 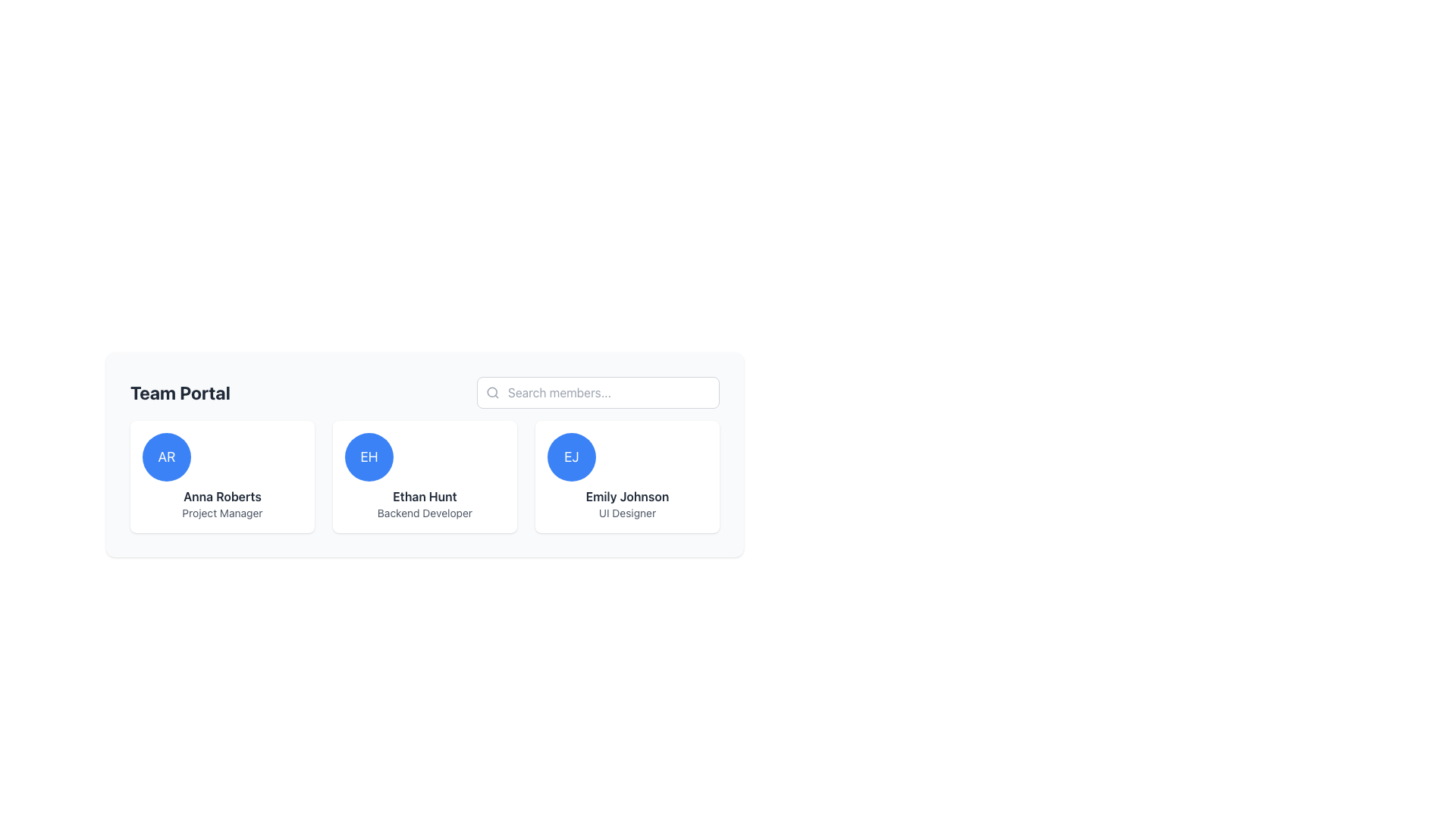 I want to click on contents of the text label displaying 'Emily Johnson', which is centrally located below the round blue avatar labeled 'EJ' and above the text 'UI Designer', so click(x=627, y=497).